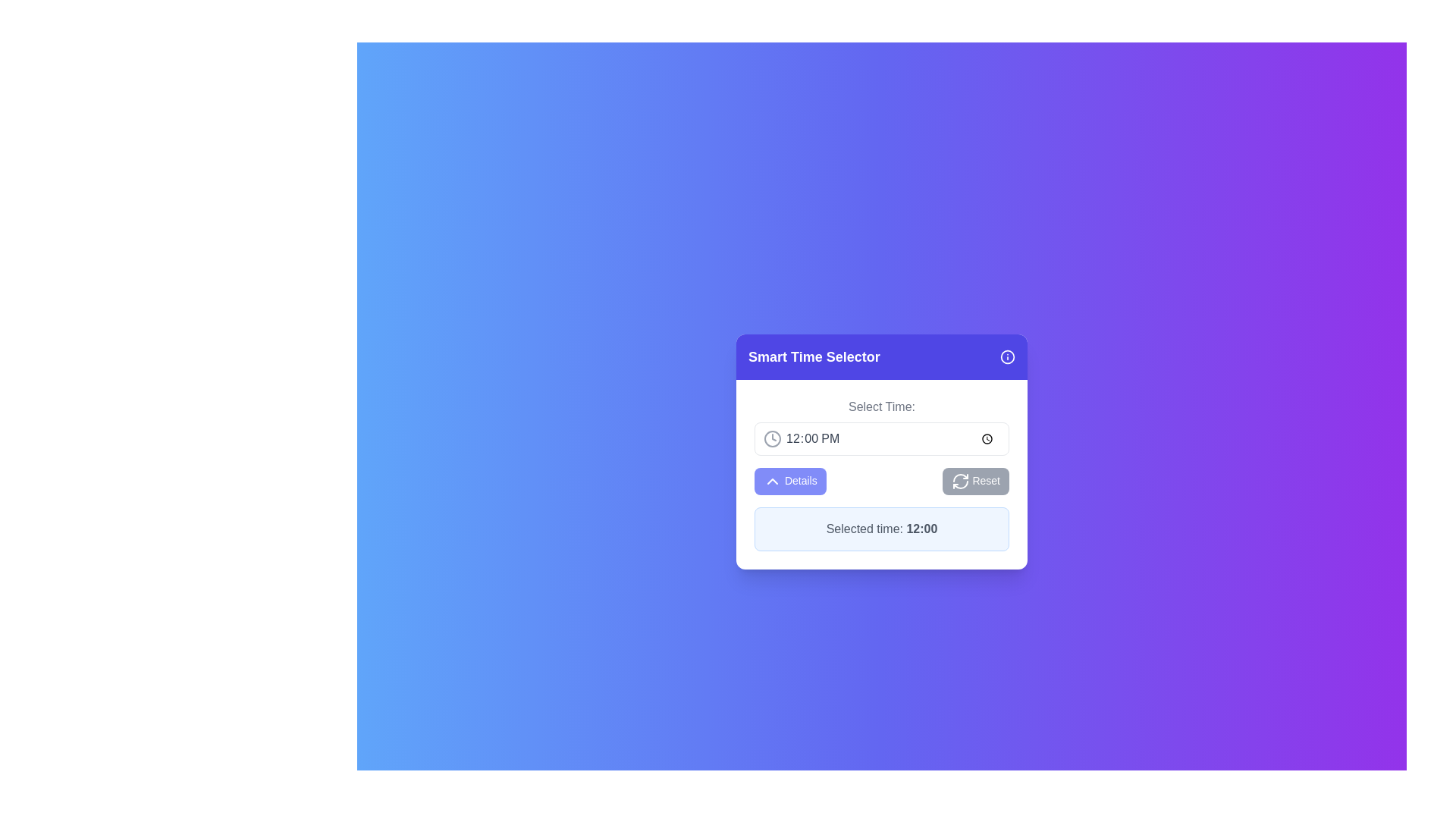 This screenshot has width=1456, height=819. Describe the element at coordinates (772, 482) in the screenshot. I see `the upward-pointing chevron-shaped icon located above the 'Details' button text, which is positioned at the center of the button` at that location.